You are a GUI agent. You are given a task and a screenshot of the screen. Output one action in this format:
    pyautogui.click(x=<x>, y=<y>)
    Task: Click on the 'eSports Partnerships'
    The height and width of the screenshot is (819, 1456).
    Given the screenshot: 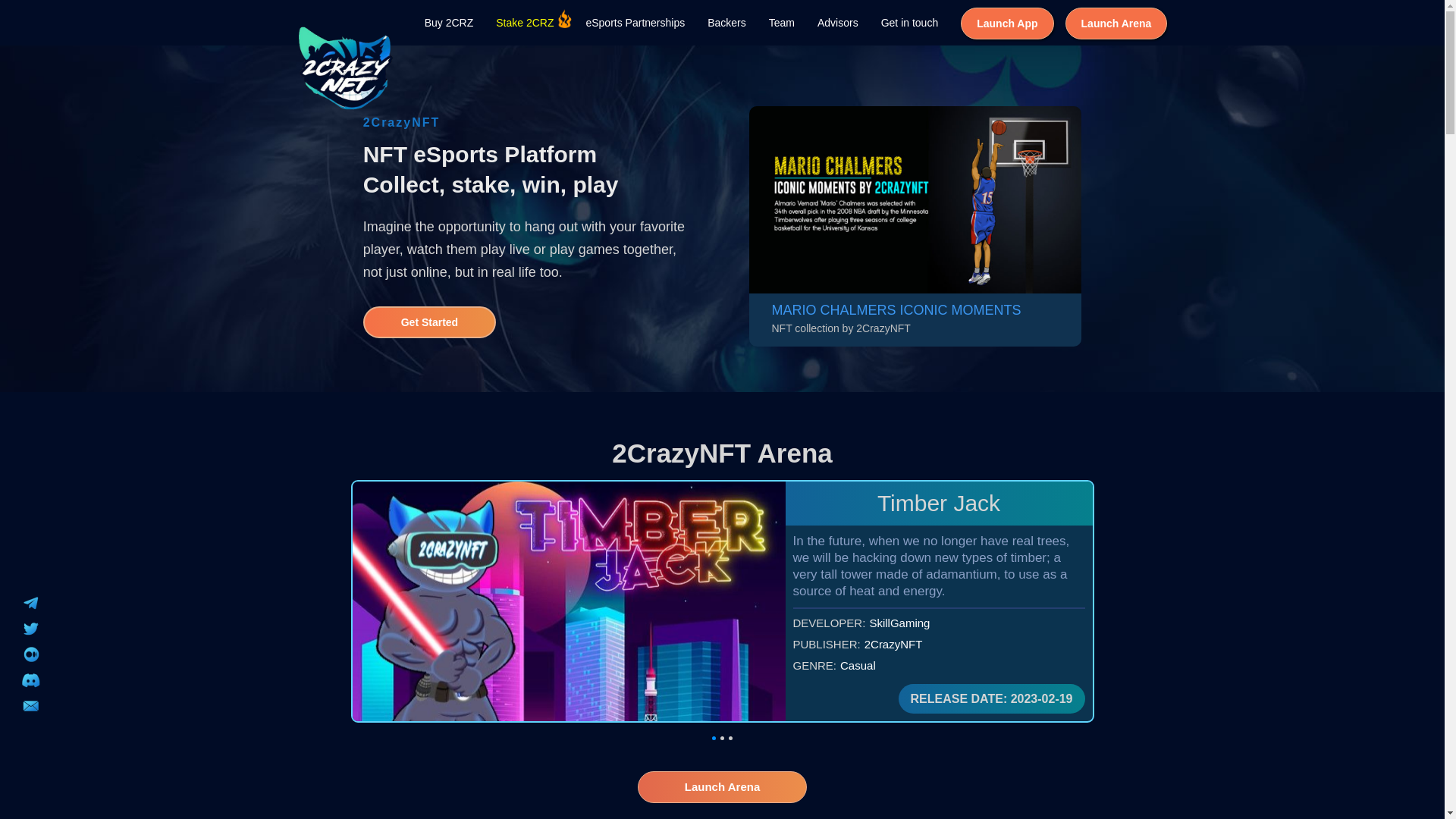 What is the action you would take?
    pyautogui.click(x=573, y=23)
    